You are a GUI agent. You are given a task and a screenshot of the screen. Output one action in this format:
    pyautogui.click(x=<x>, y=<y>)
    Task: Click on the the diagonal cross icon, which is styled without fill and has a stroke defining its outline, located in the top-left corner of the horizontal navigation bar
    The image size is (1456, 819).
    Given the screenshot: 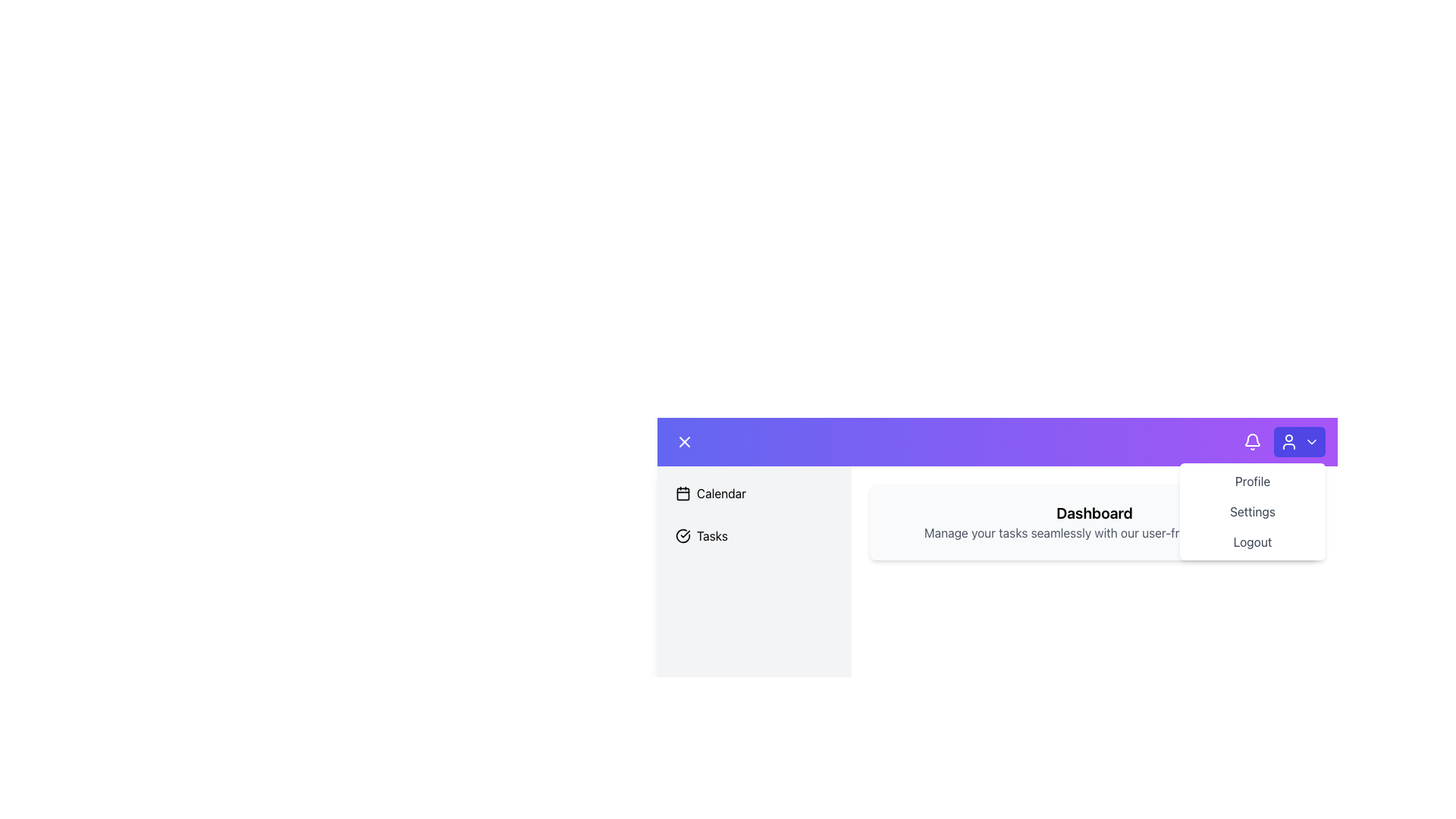 What is the action you would take?
    pyautogui.click(x=683, y=441)
    